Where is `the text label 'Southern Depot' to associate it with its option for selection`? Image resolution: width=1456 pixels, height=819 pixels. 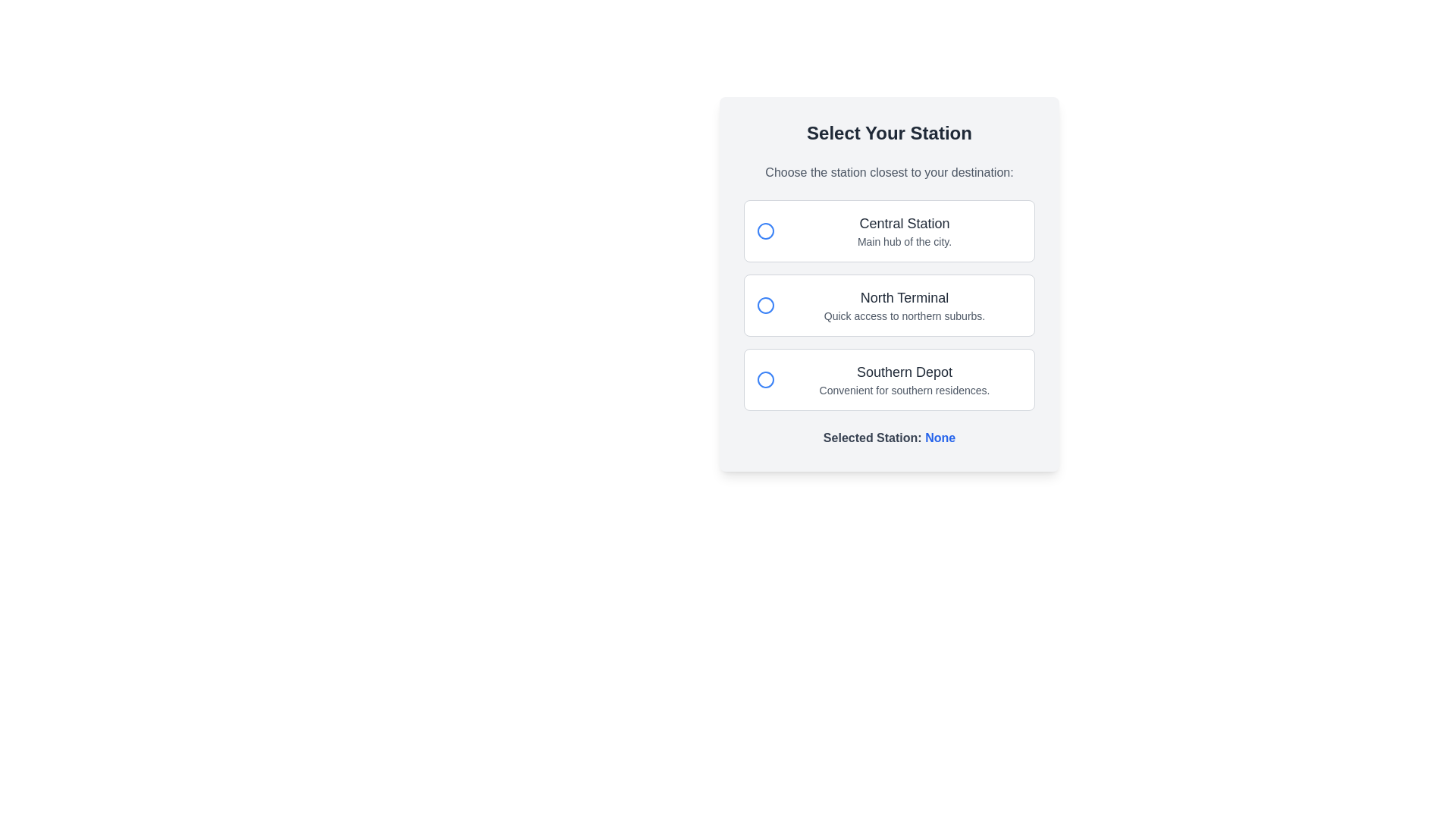
the text label 'Southern Depot' to associate it with its option for selection is located at coordinates (905, 372).